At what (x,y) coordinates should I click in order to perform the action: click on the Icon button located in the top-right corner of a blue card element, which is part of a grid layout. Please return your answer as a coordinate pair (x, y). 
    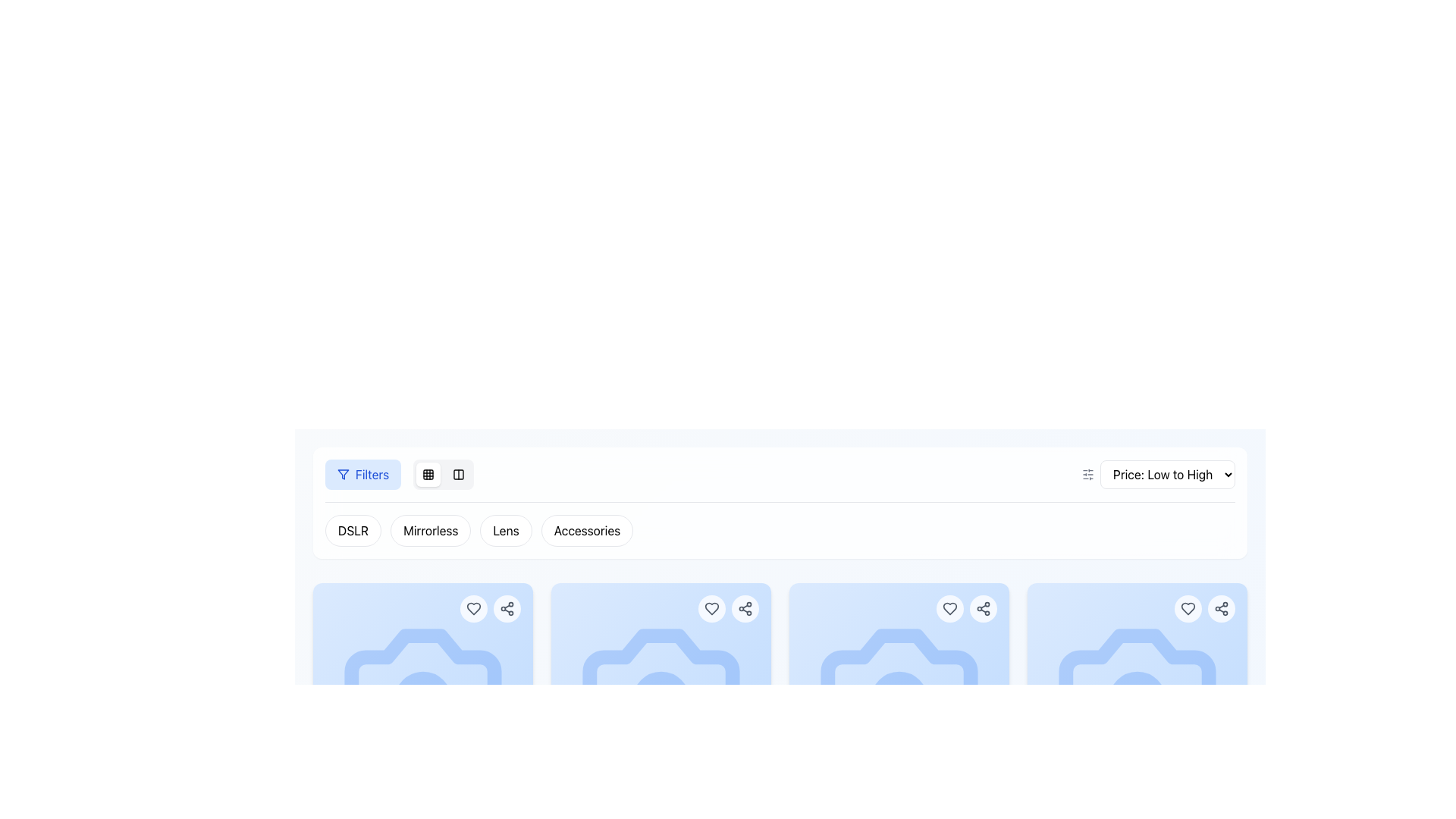
    Looking at the image, I should click on (1187, 607).